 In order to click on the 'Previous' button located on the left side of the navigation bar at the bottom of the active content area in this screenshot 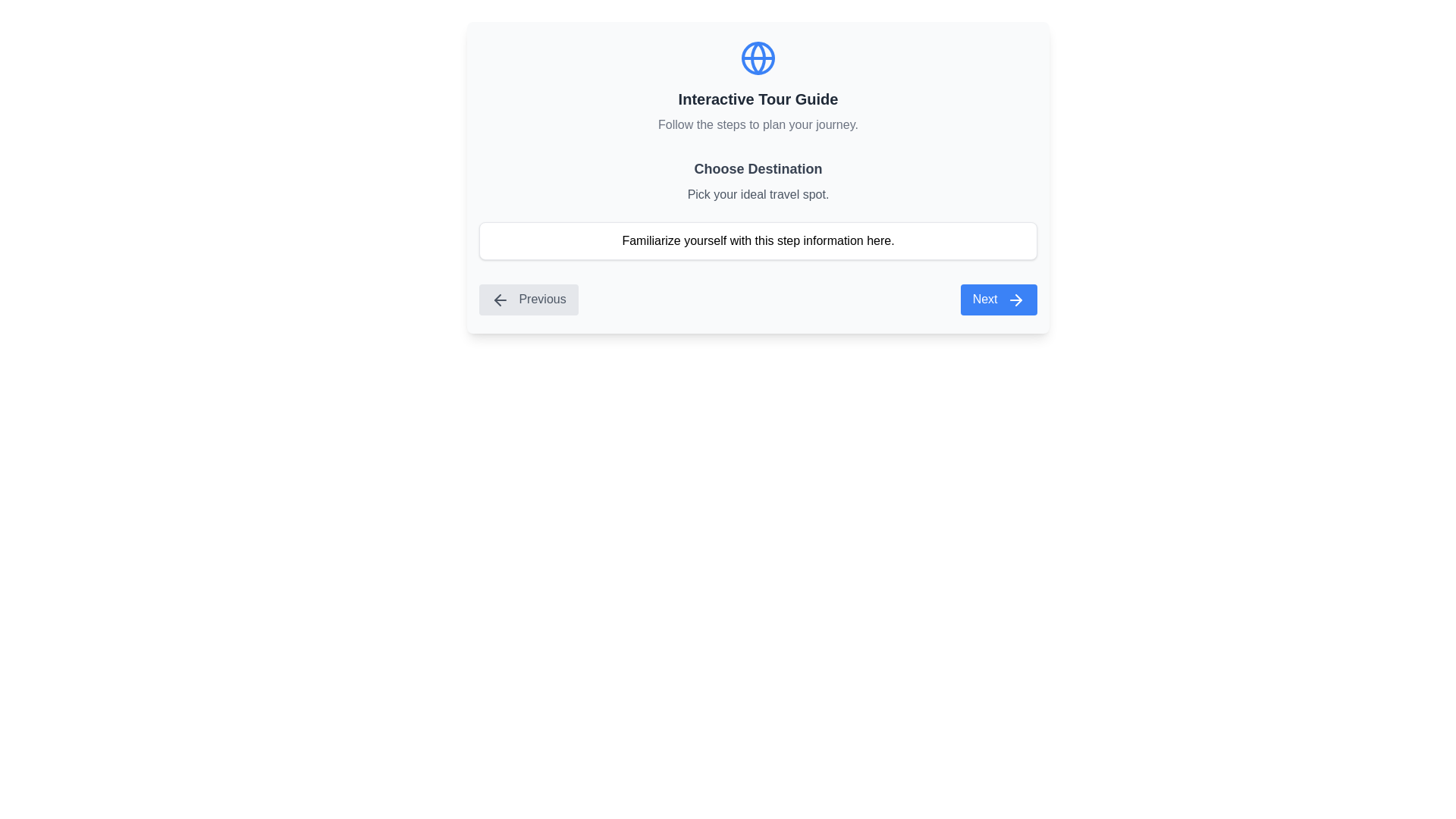, I will do `click(529, 300)`.